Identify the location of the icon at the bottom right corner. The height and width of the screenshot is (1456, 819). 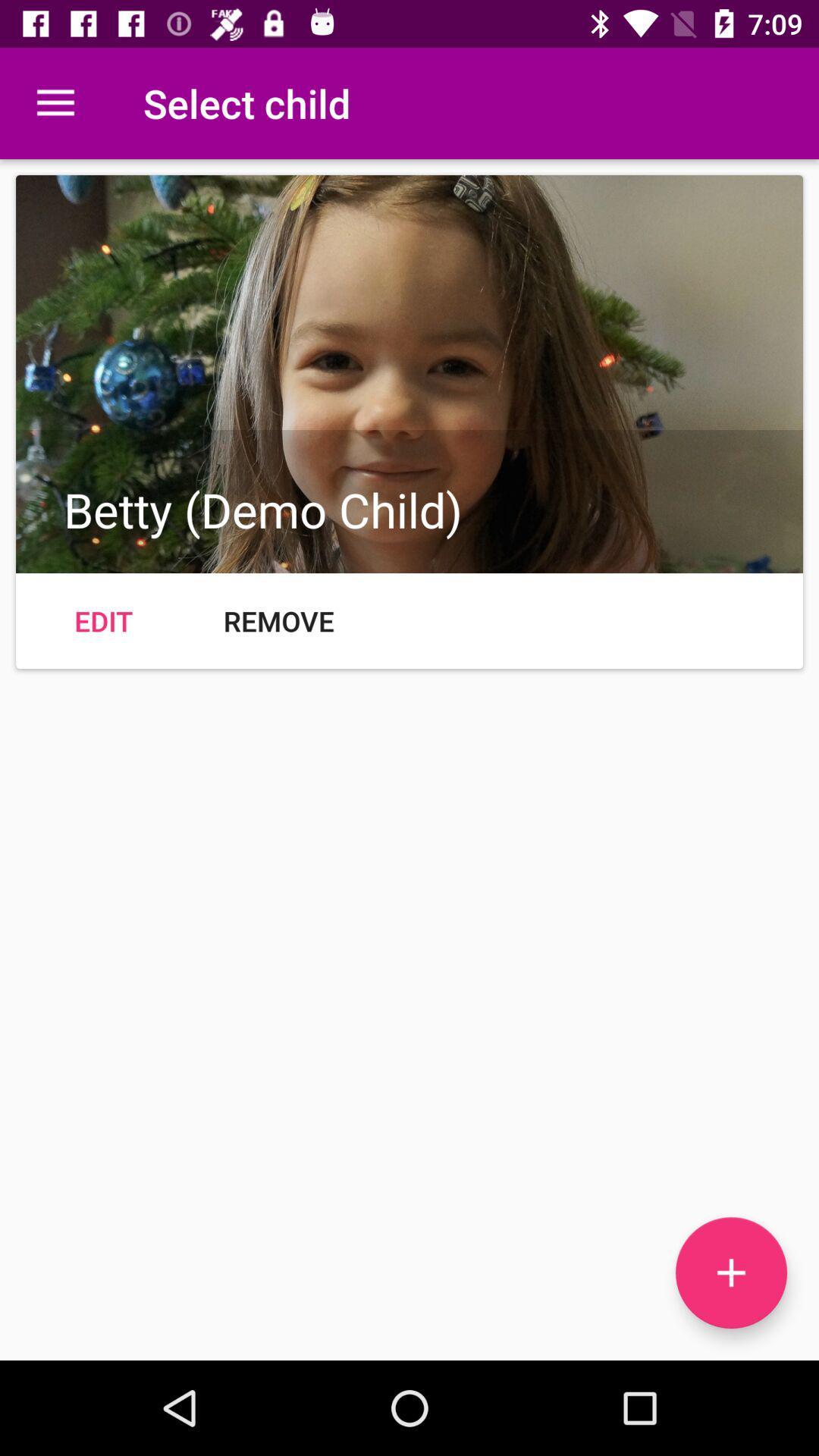
(730, 1272).